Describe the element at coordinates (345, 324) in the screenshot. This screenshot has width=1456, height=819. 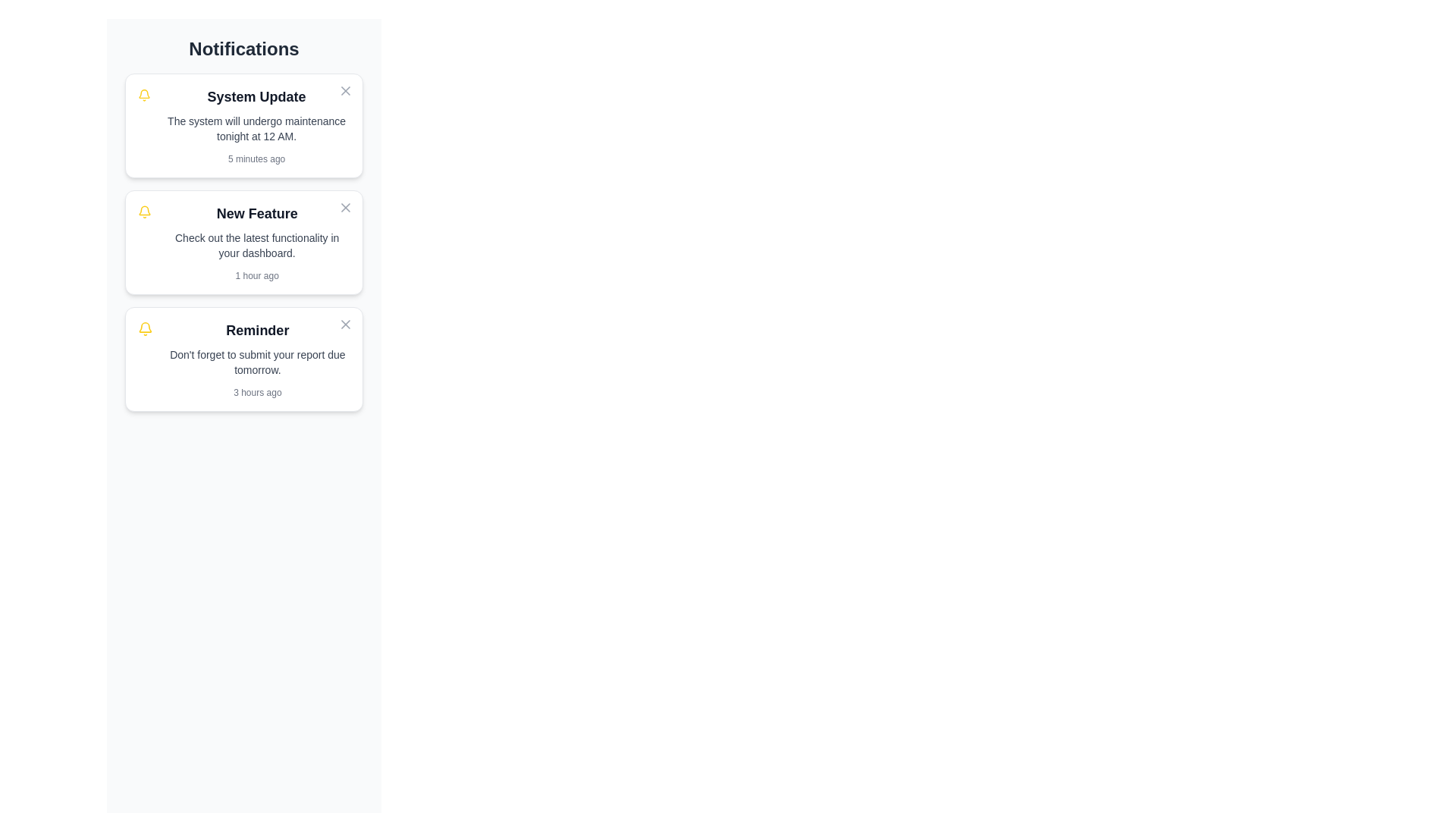
I see `the graphical close icon located at the top-right corner of the 'System Update' notification card` at that location.